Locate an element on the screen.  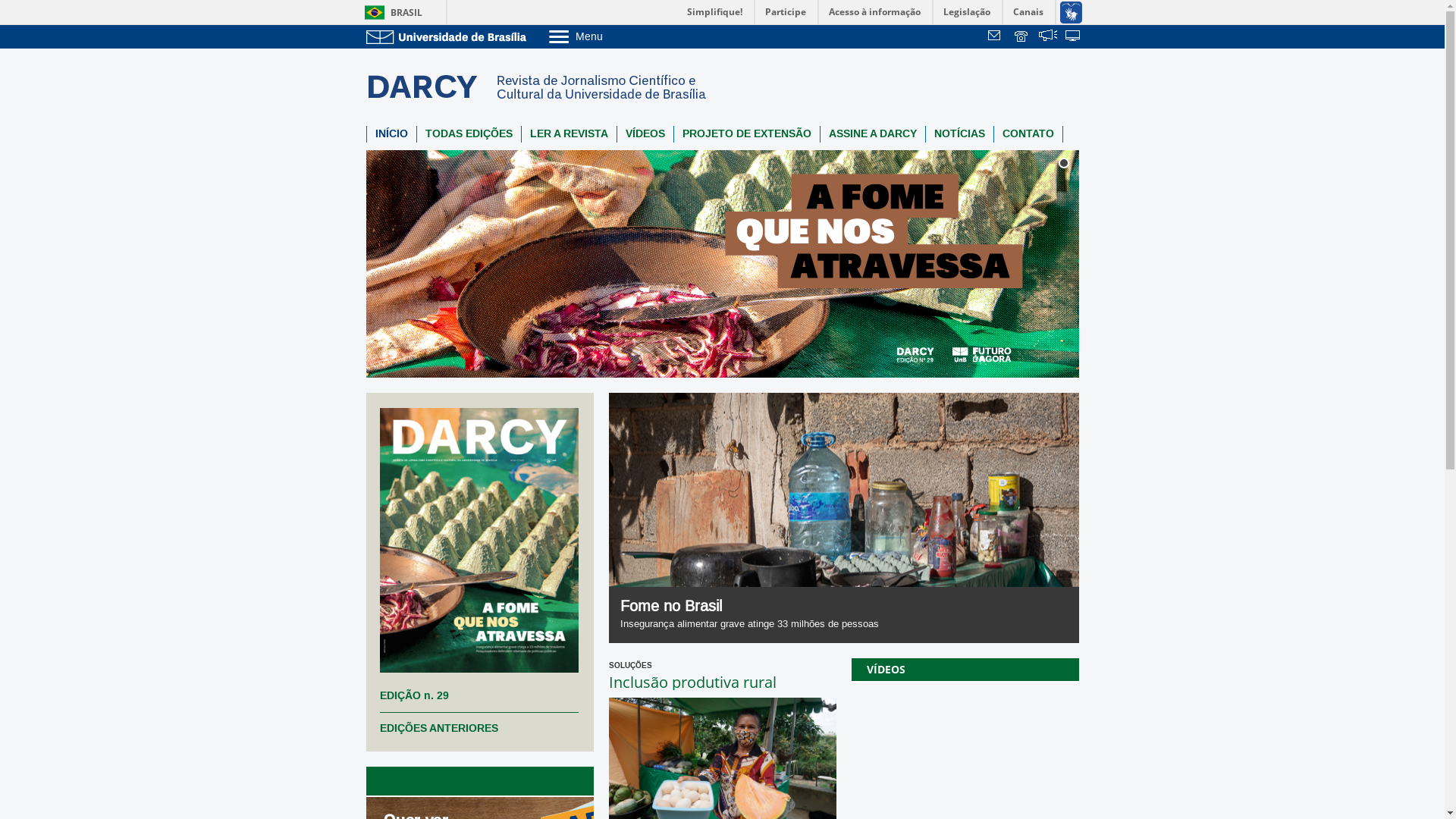
'CONTATO' is located at coordinates (1027, 133).